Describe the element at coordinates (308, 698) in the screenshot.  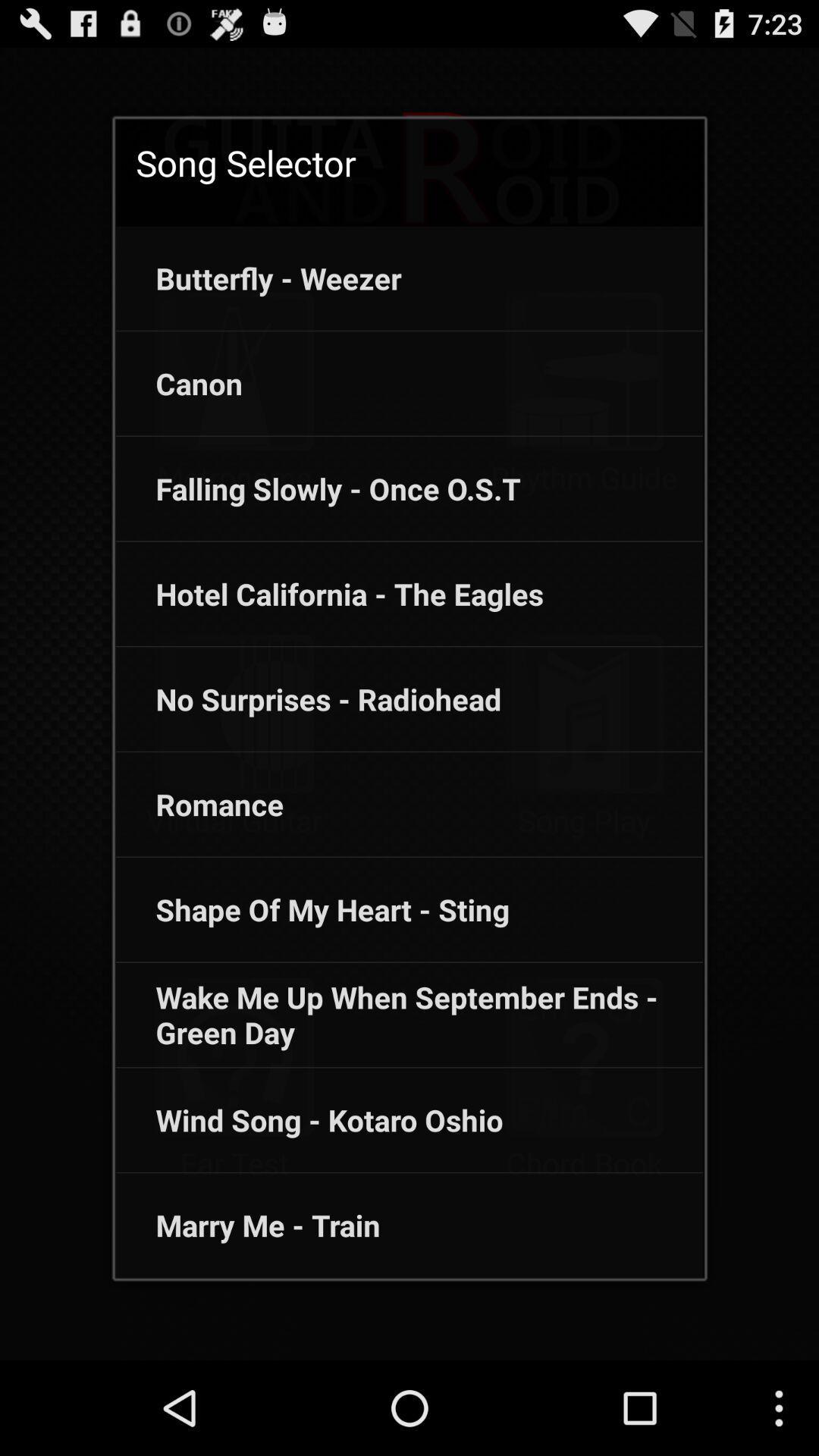
I see `no surprises - radiohead` at that location.